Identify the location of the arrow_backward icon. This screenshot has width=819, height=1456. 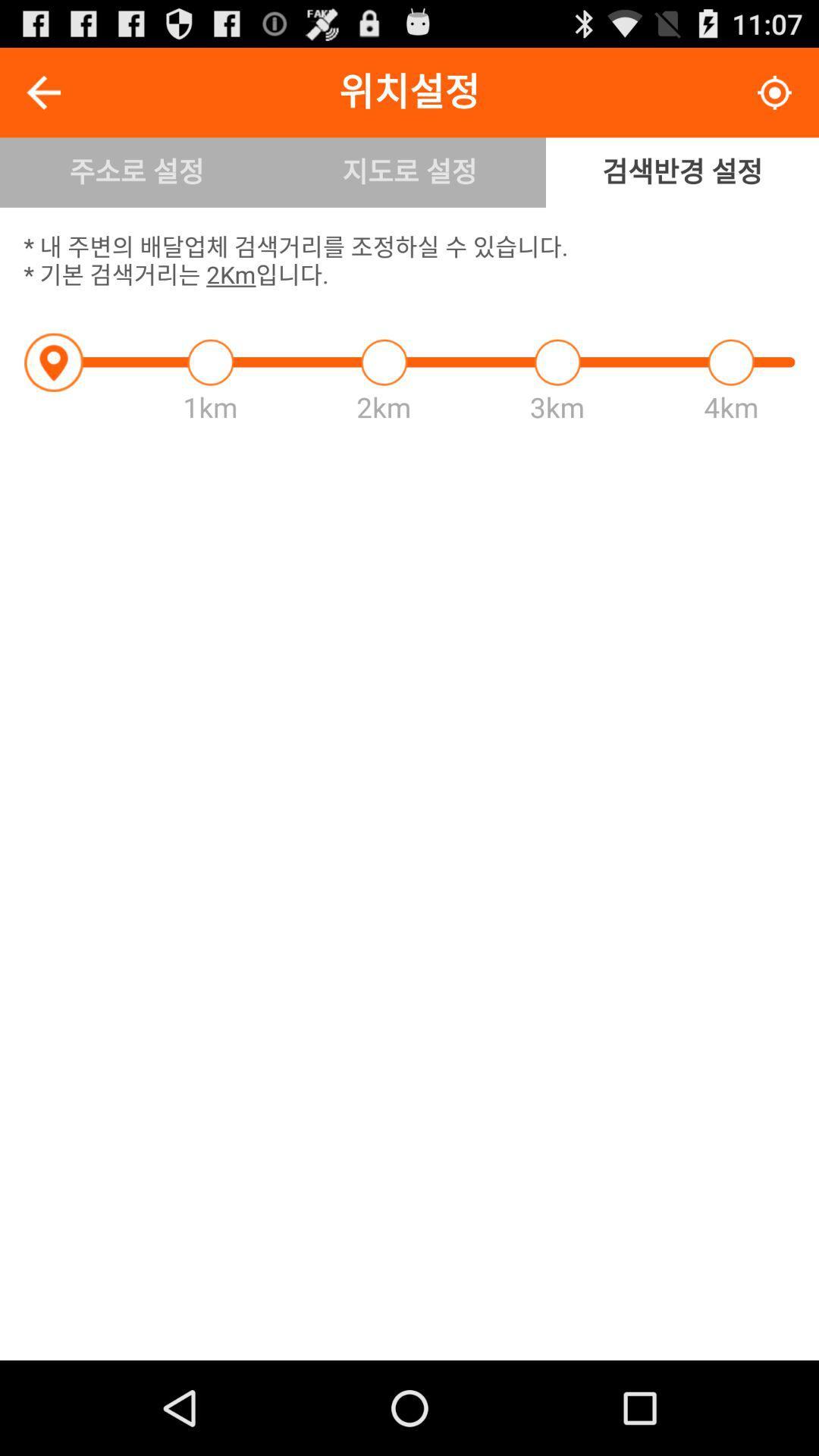
(43, 98).